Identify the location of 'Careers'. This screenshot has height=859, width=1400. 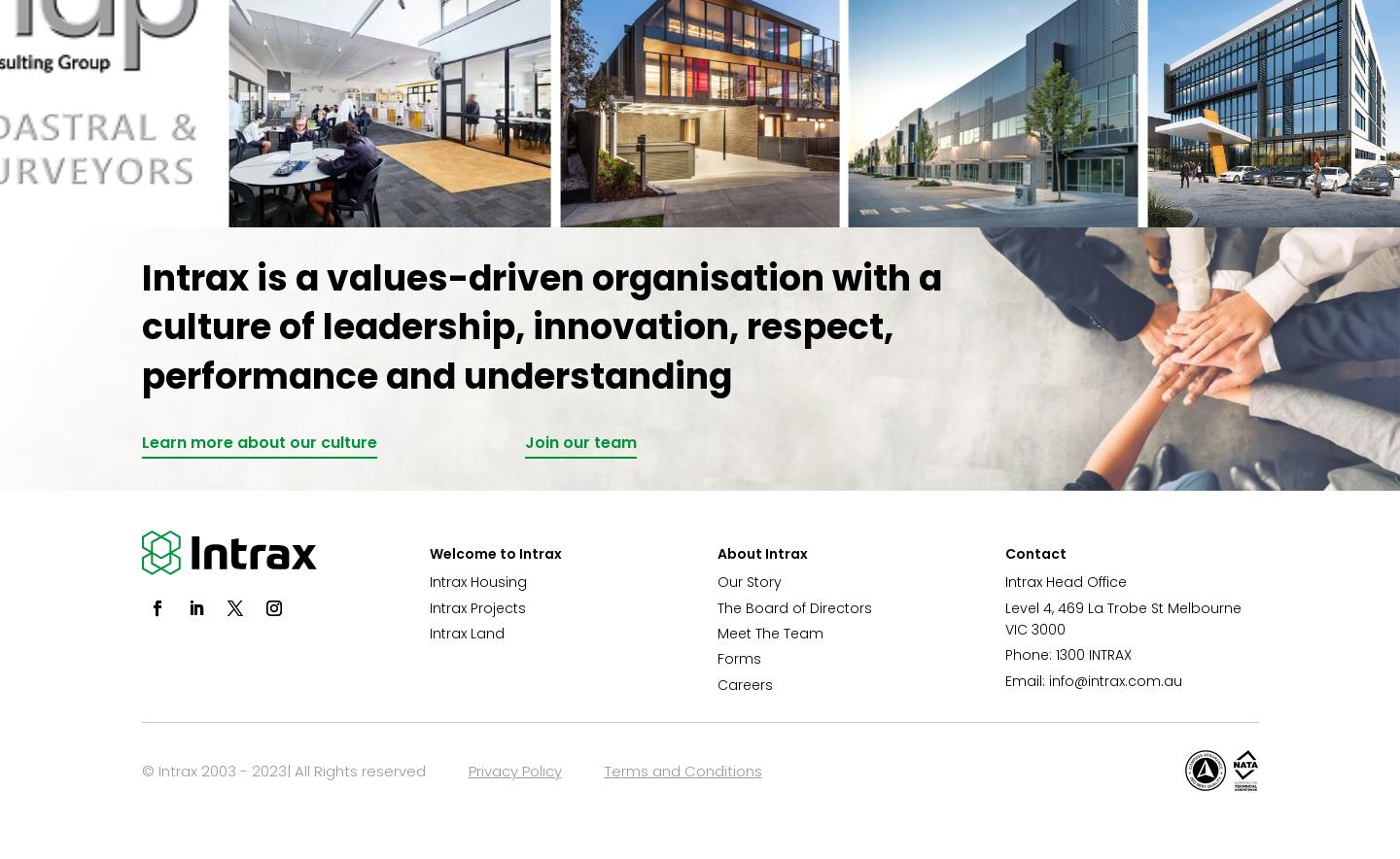
(744, 683).